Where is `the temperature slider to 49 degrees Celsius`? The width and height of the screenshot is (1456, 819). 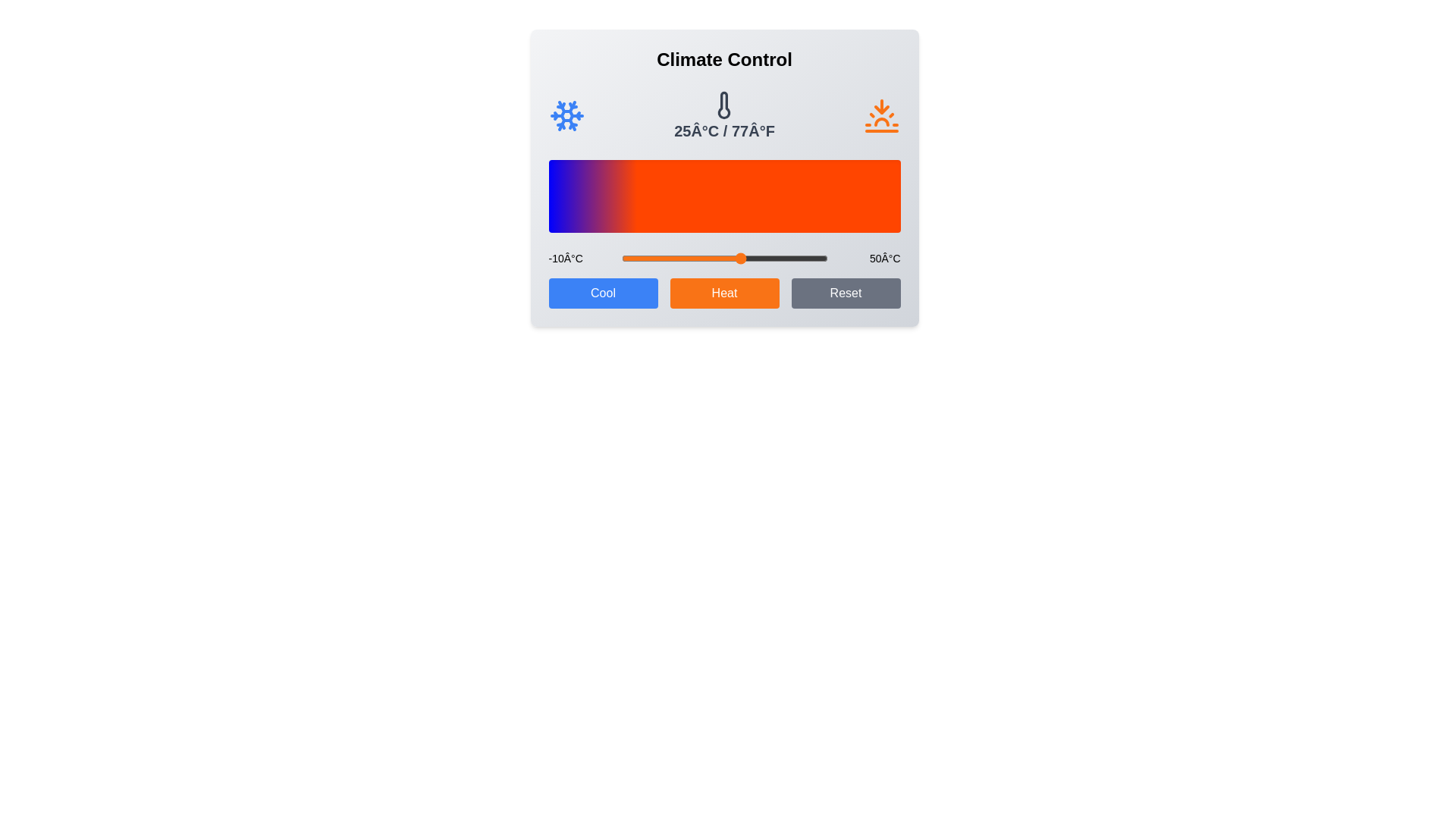 the temperature slider to 49 degrees Celsius is located at coordinates (823, 257).